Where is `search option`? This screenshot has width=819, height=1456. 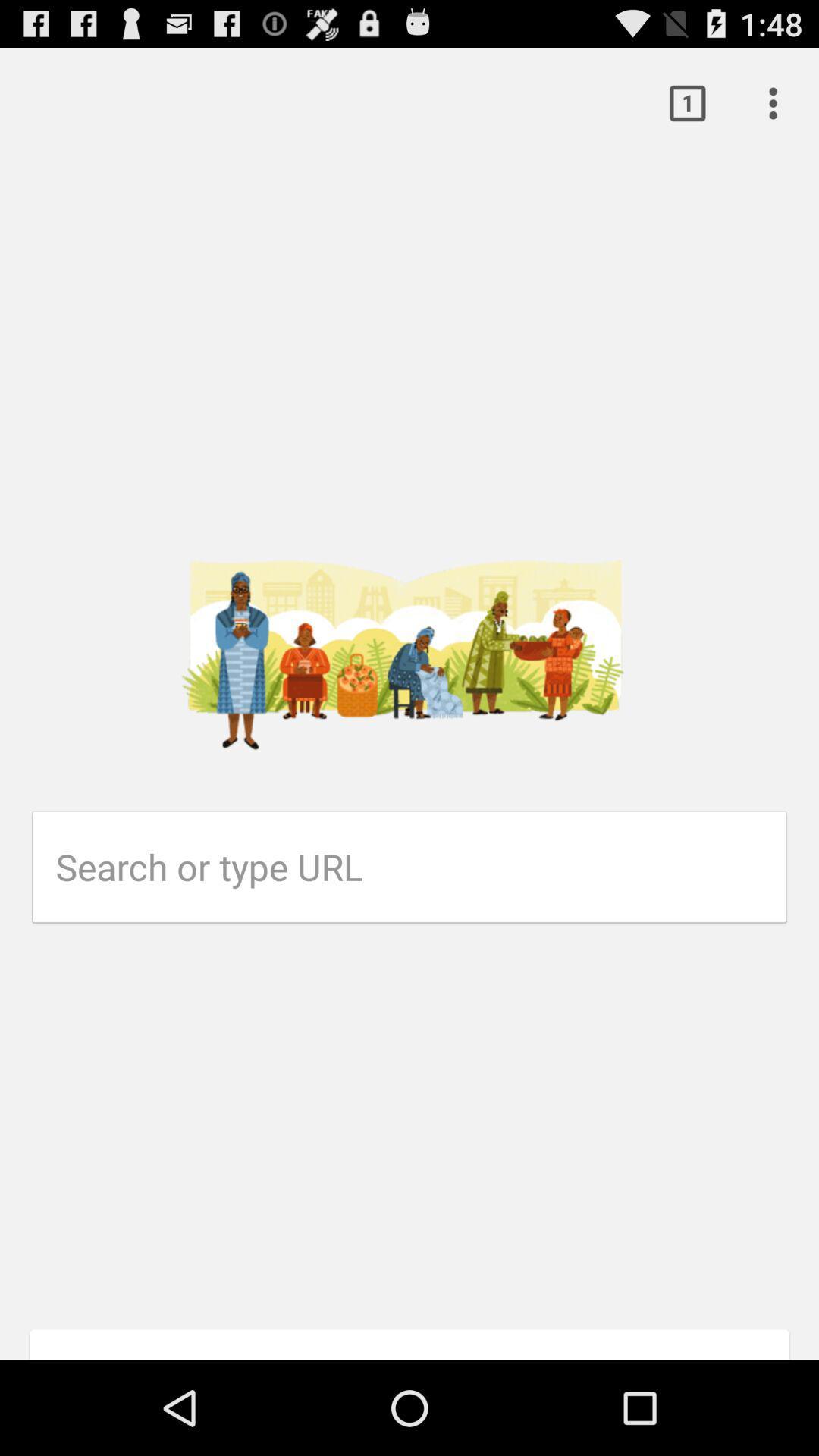
search option is located at coordinates (421, 867).